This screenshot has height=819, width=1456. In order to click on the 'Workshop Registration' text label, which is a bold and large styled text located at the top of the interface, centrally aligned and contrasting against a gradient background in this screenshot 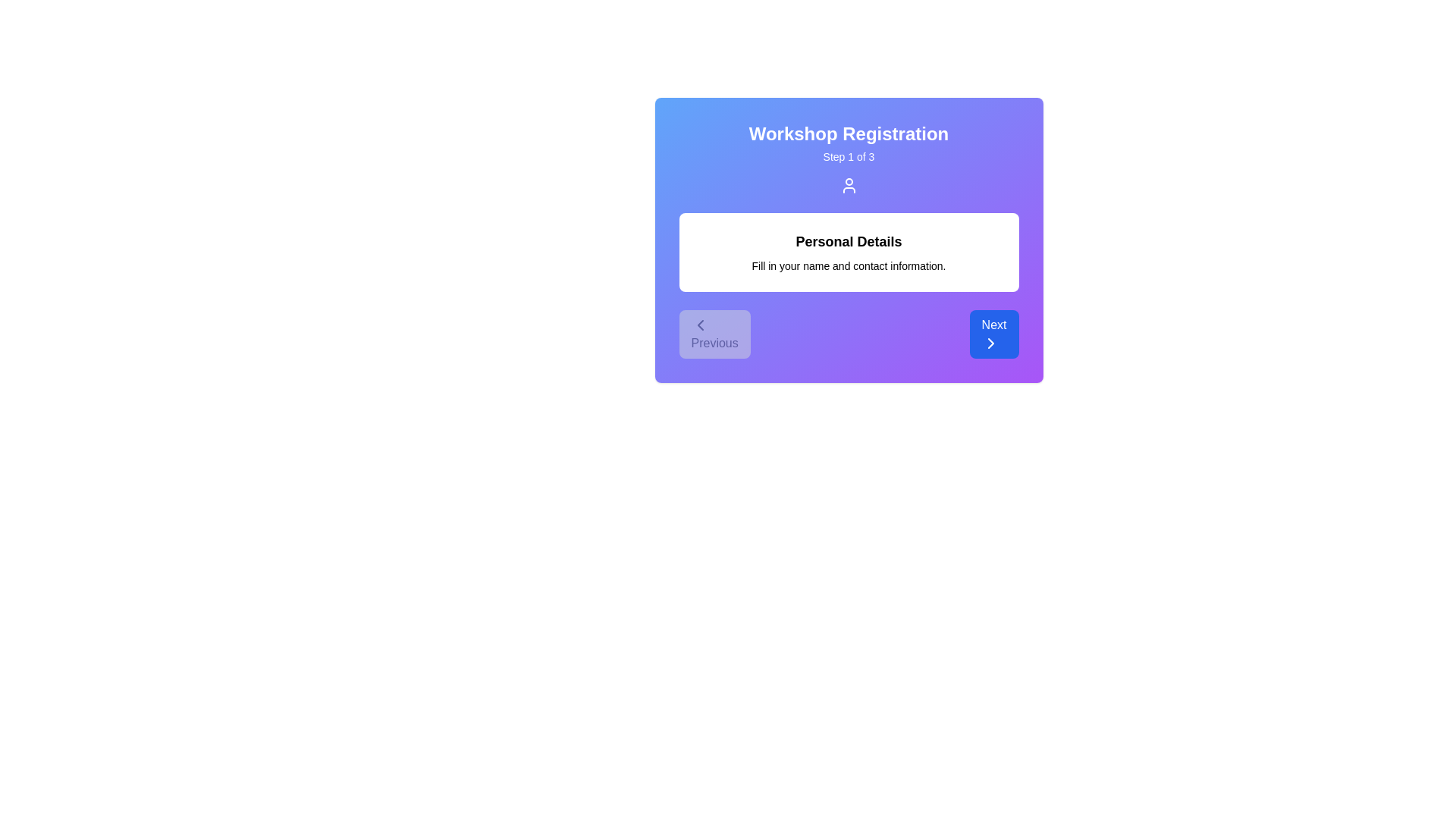, I will do `click(848, 133)`.